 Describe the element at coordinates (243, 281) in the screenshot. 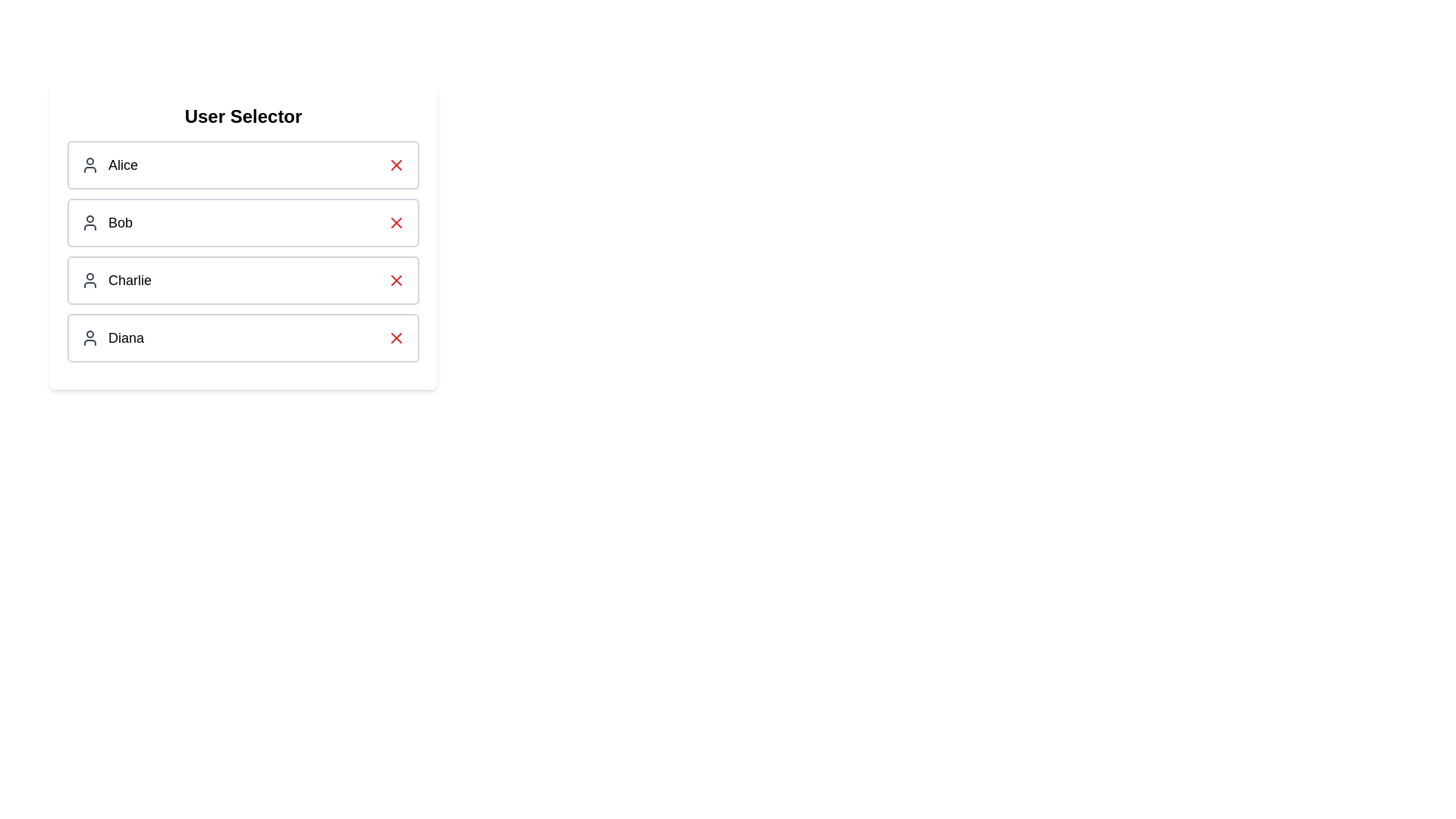

I see `the user Charlie by clicking on their entry` at that location.